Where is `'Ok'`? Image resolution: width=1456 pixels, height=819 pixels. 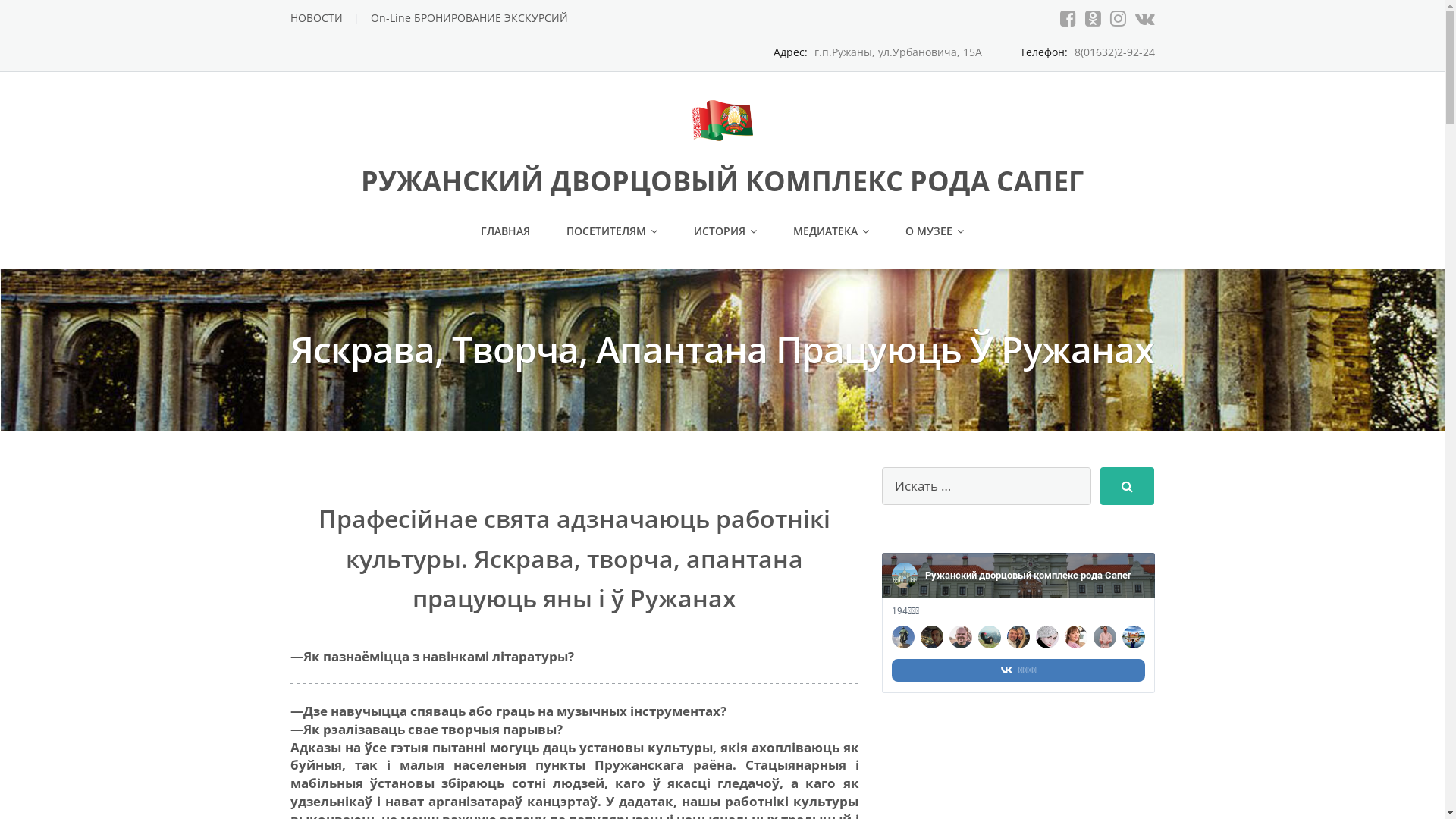 'Ok' is located at coordinates (1092, 17).